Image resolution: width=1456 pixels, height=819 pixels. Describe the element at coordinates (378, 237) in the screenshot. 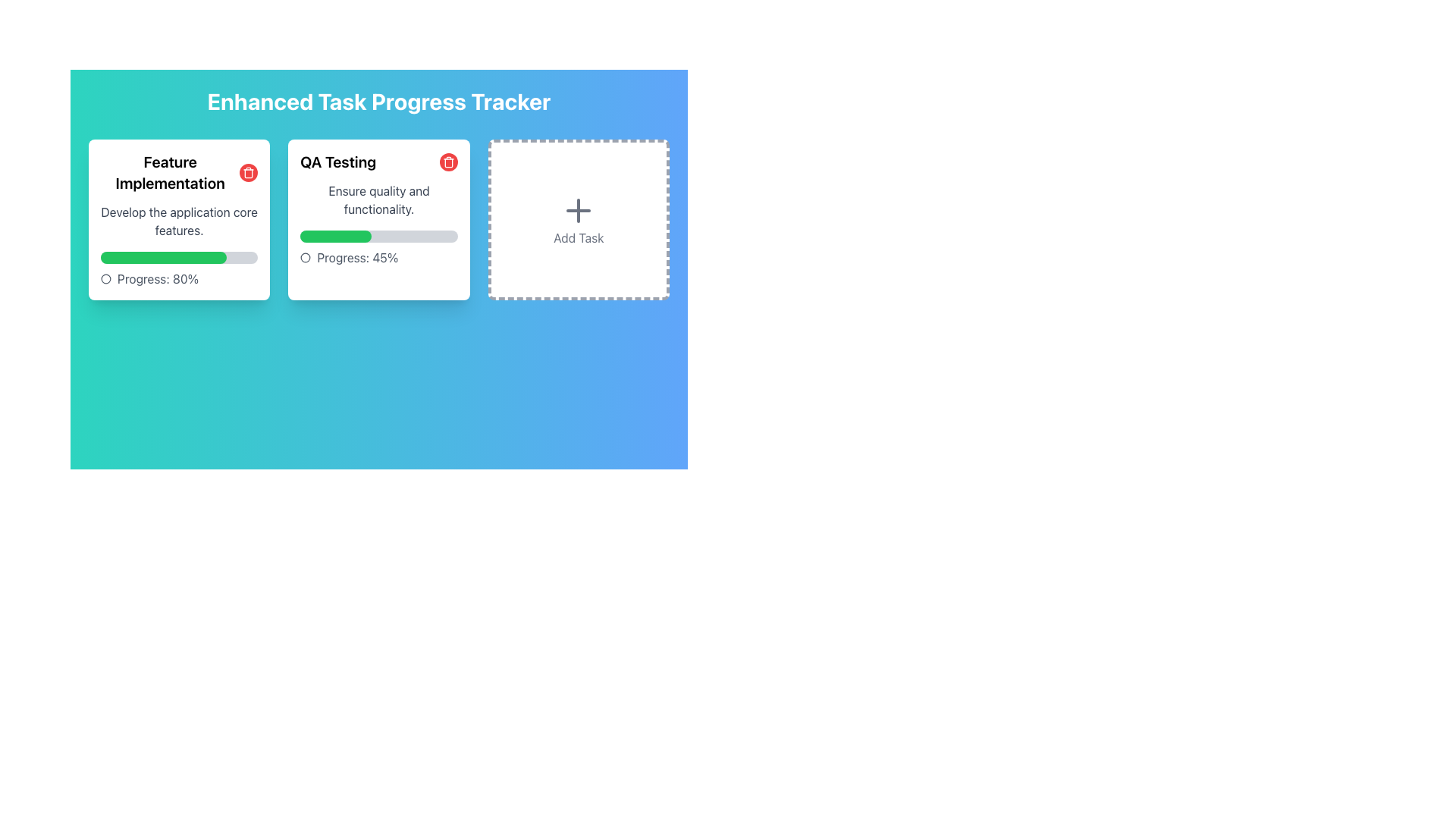

I see `the progress bar within the 'QA Testing' card, which is styled with a gray background and has a green-filled section indicating 45% progress` at that location.